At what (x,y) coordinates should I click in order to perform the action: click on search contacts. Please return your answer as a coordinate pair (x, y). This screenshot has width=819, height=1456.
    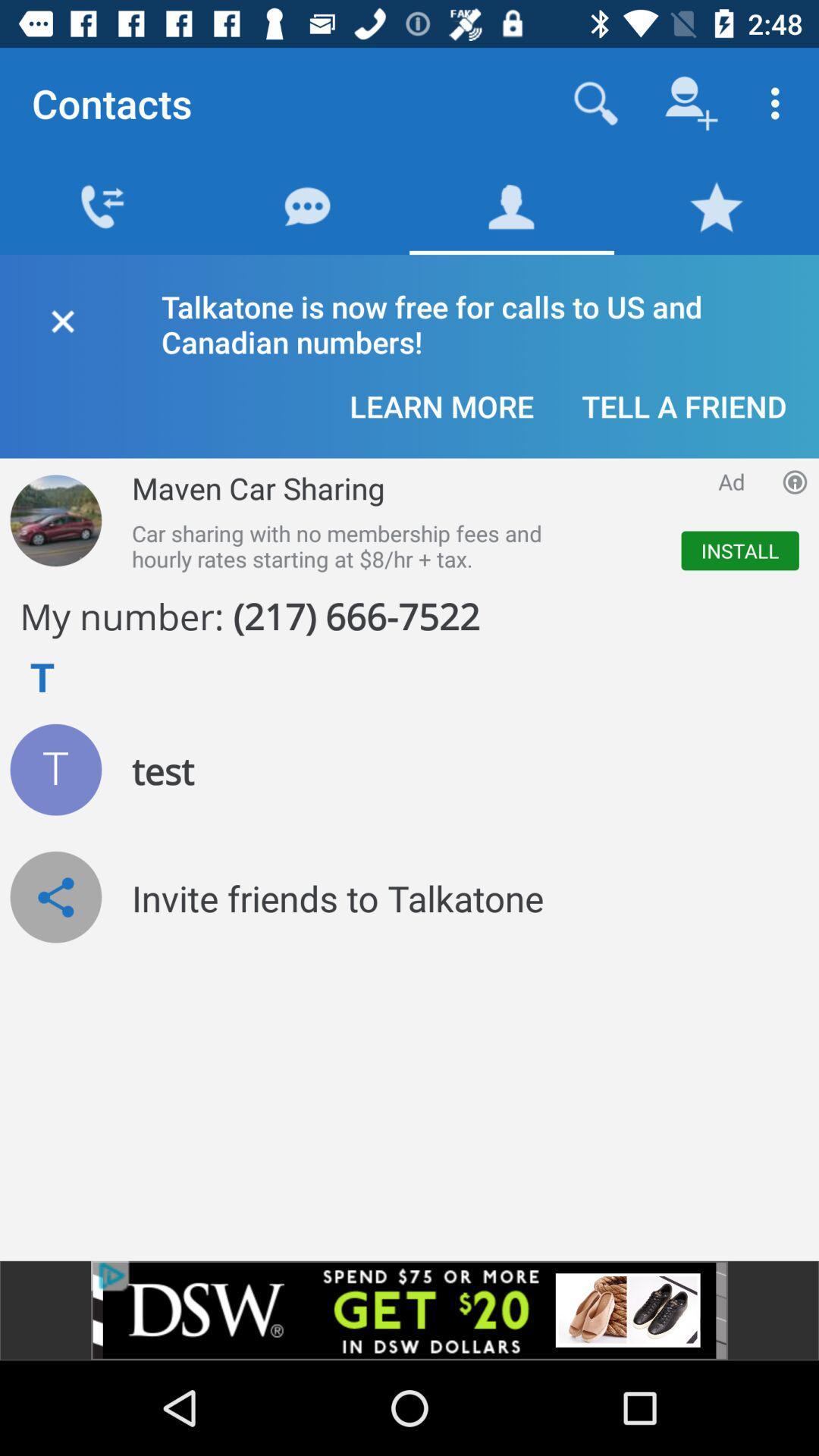
    Looking at the image, I should click on (595, 102).